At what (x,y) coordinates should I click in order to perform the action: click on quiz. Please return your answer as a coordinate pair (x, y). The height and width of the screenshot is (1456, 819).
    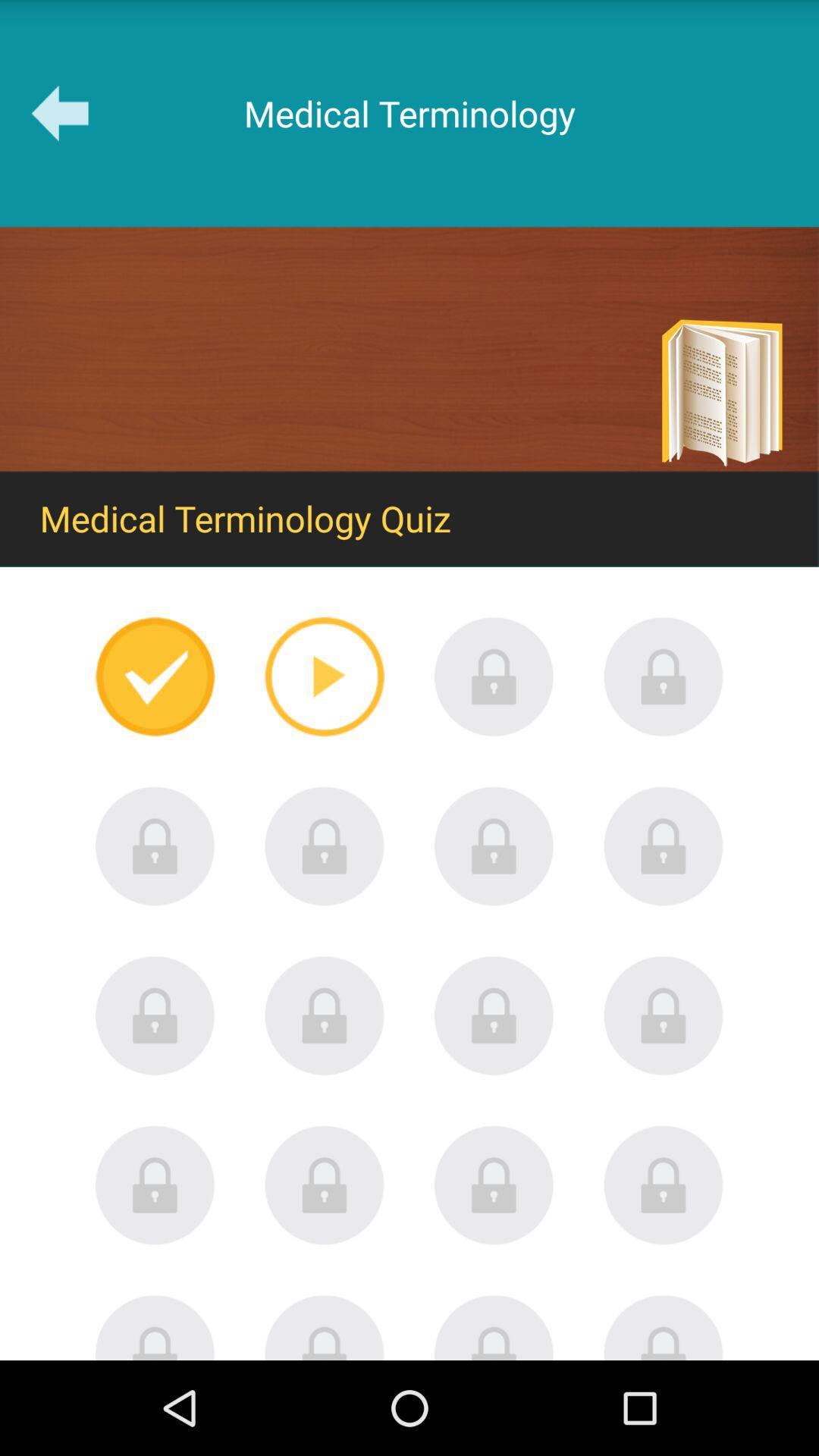
    Looking at the image, I should click on (494, 1015).